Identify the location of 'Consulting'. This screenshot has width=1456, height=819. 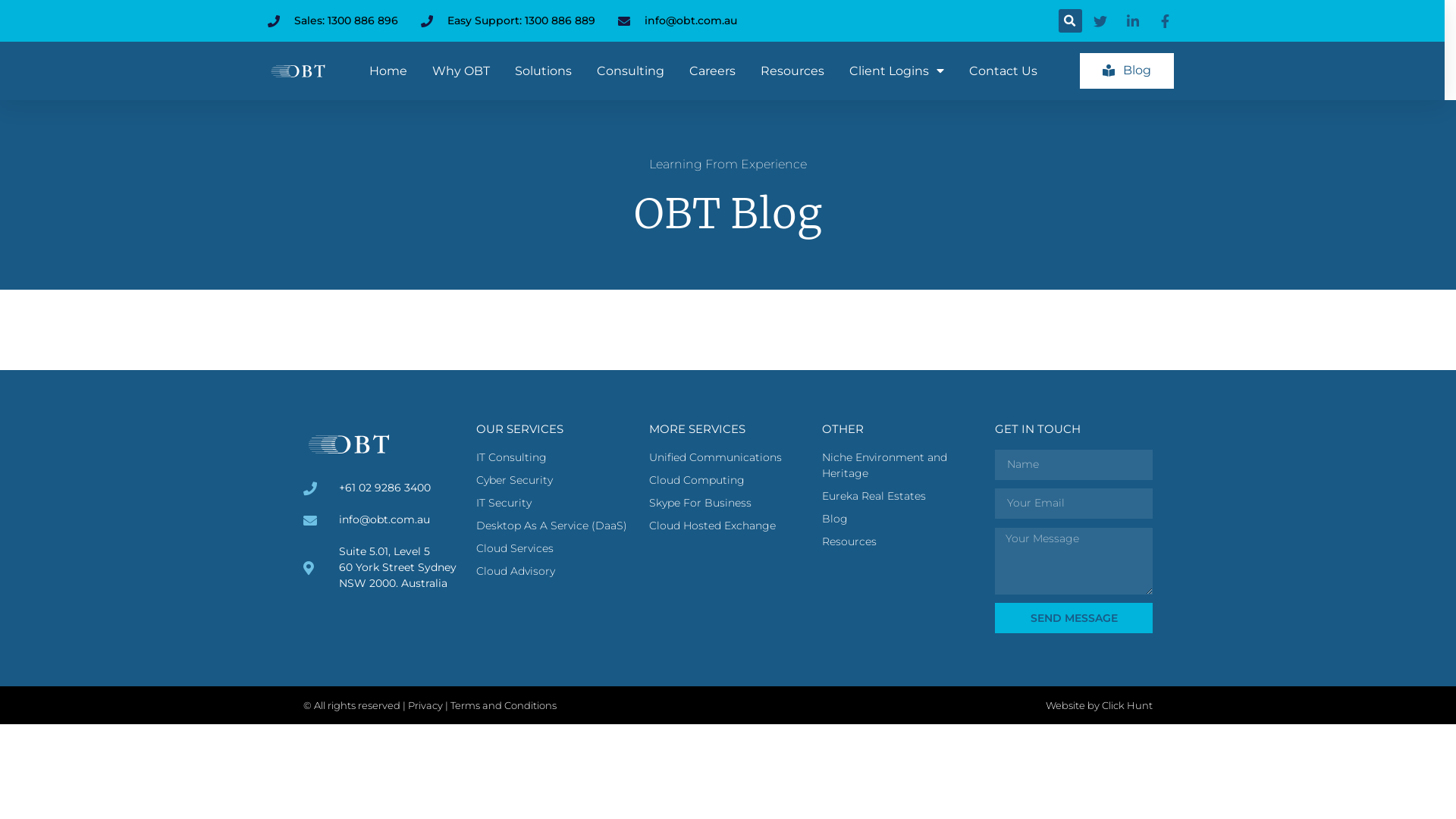
(630, 70).